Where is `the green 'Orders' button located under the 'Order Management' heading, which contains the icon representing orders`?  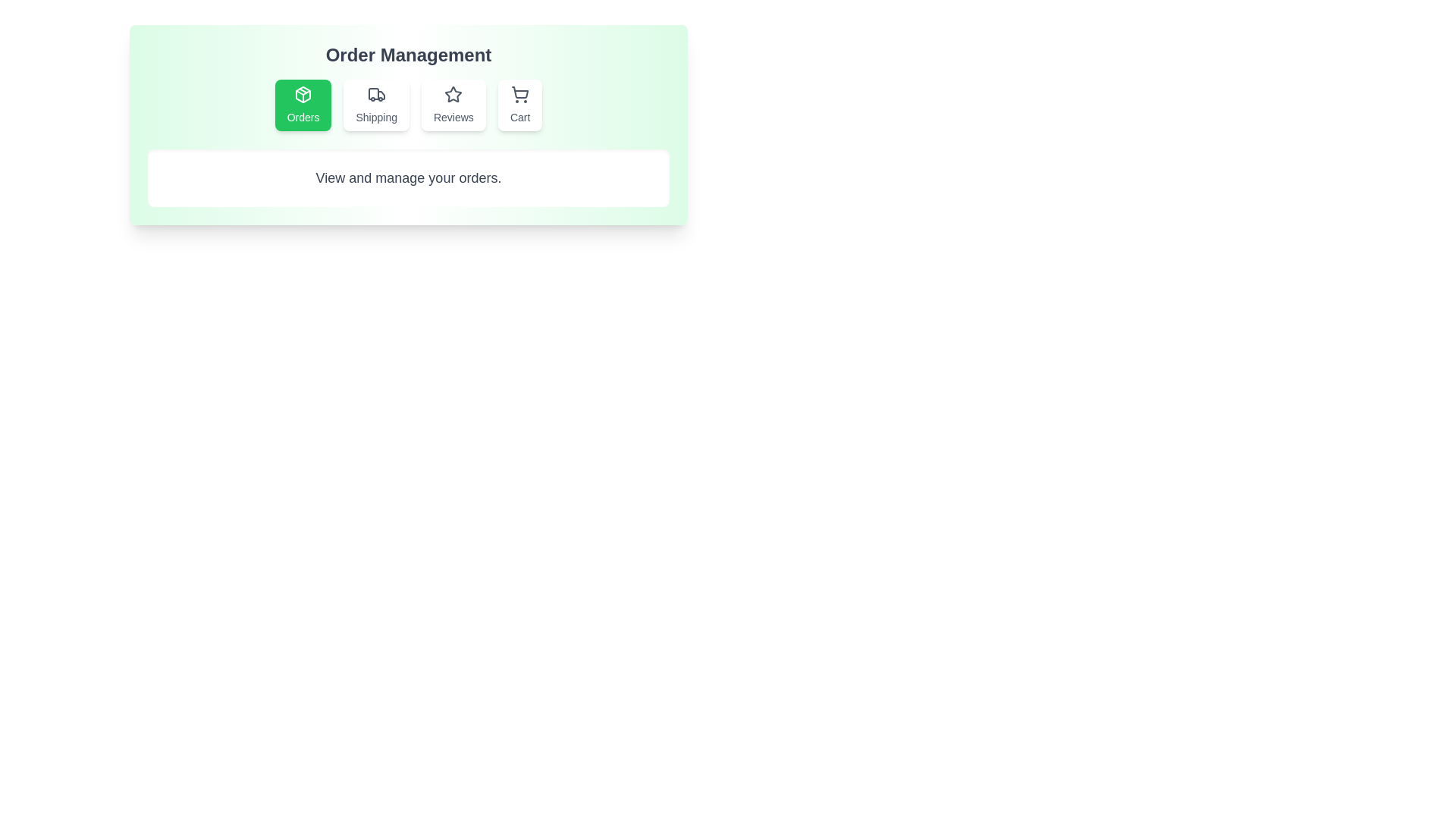 the green 'Orders' button located under the 'Order Management' heading, which contains the icon representing orders is located at coordinates (303, 94).